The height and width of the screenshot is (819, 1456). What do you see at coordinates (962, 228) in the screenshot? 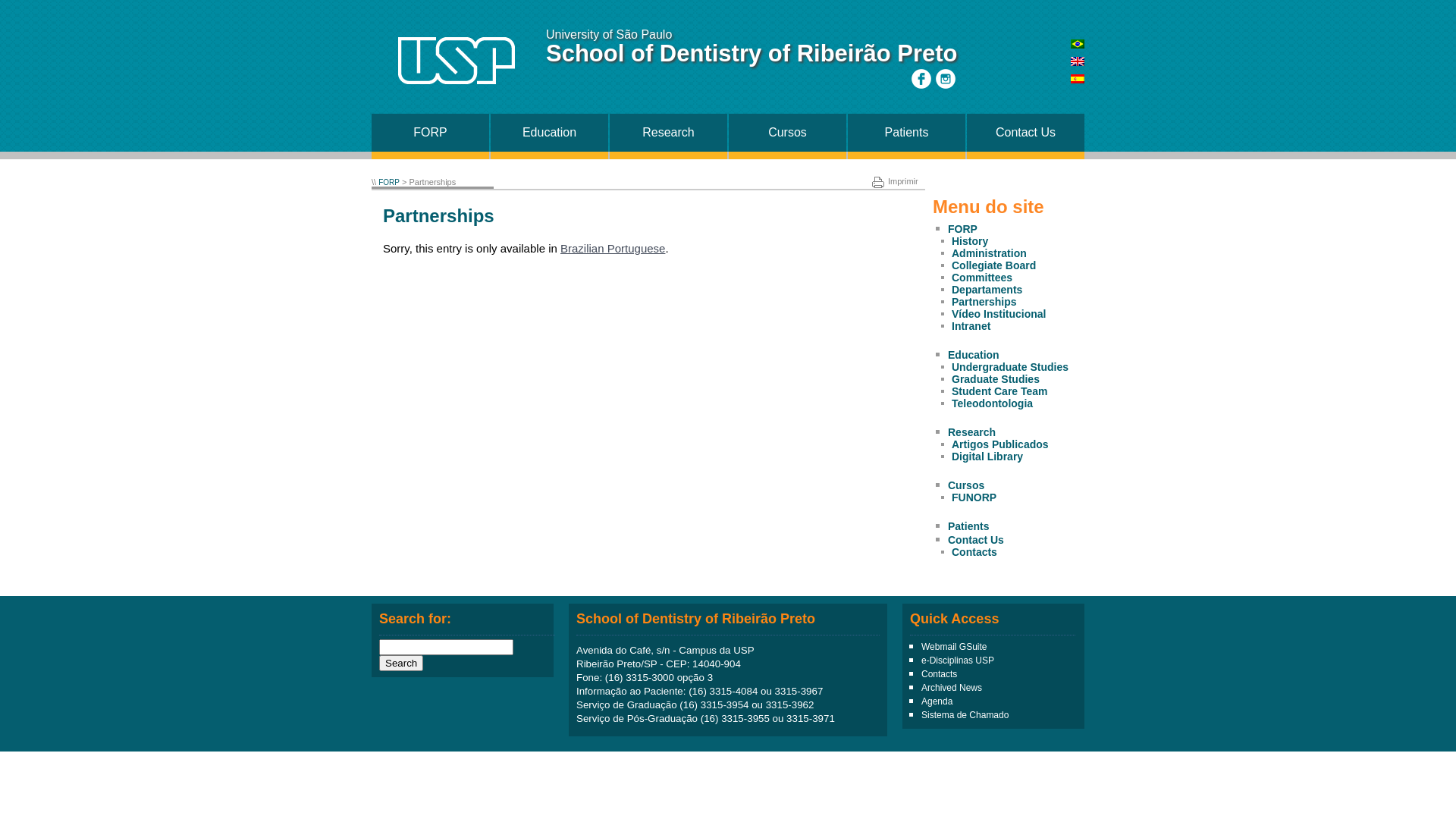
I see `'FORP'` at bounding box center [962, 228].